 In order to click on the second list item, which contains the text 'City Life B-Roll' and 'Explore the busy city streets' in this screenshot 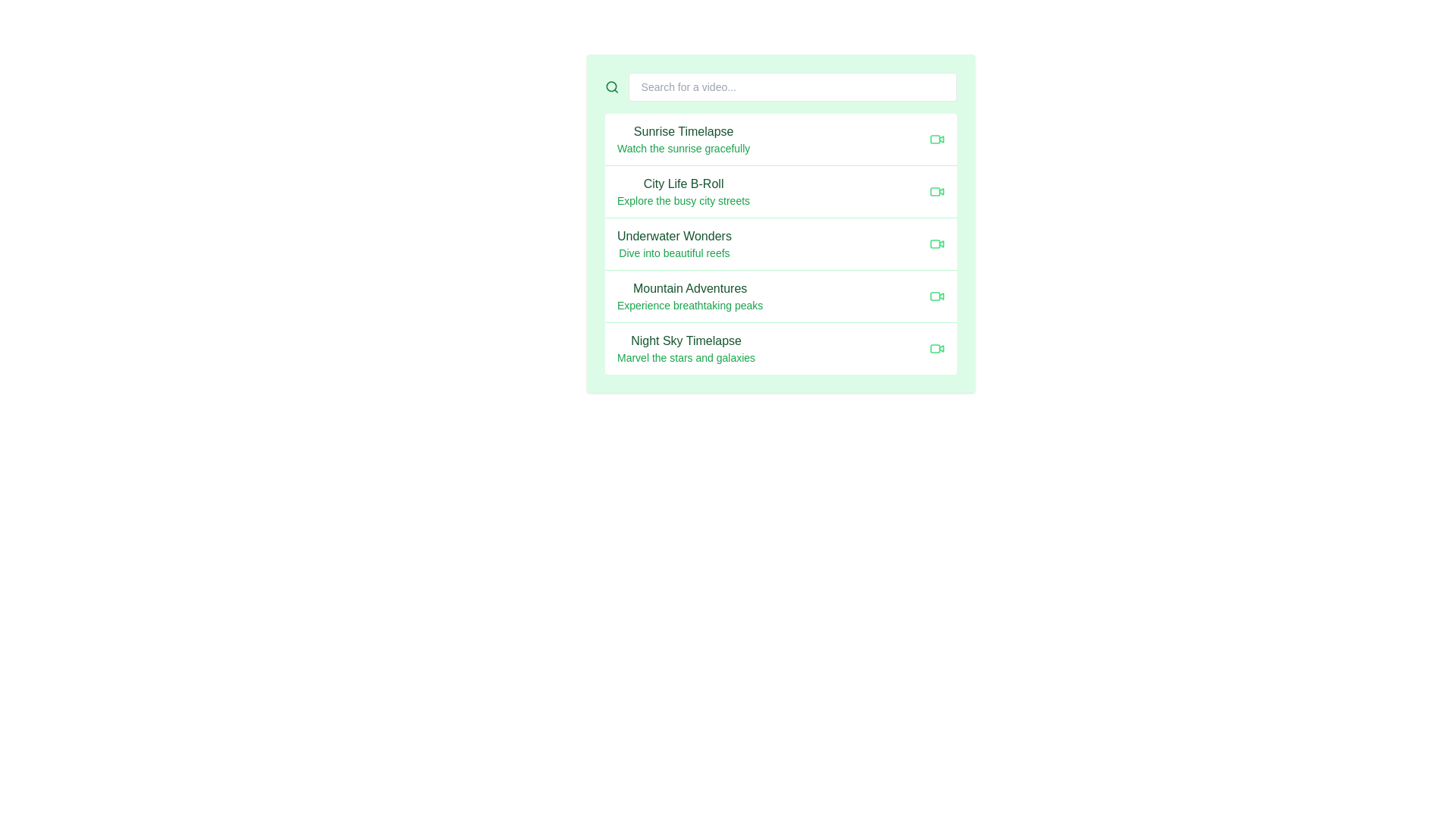, I will do `click(682, 191)`.